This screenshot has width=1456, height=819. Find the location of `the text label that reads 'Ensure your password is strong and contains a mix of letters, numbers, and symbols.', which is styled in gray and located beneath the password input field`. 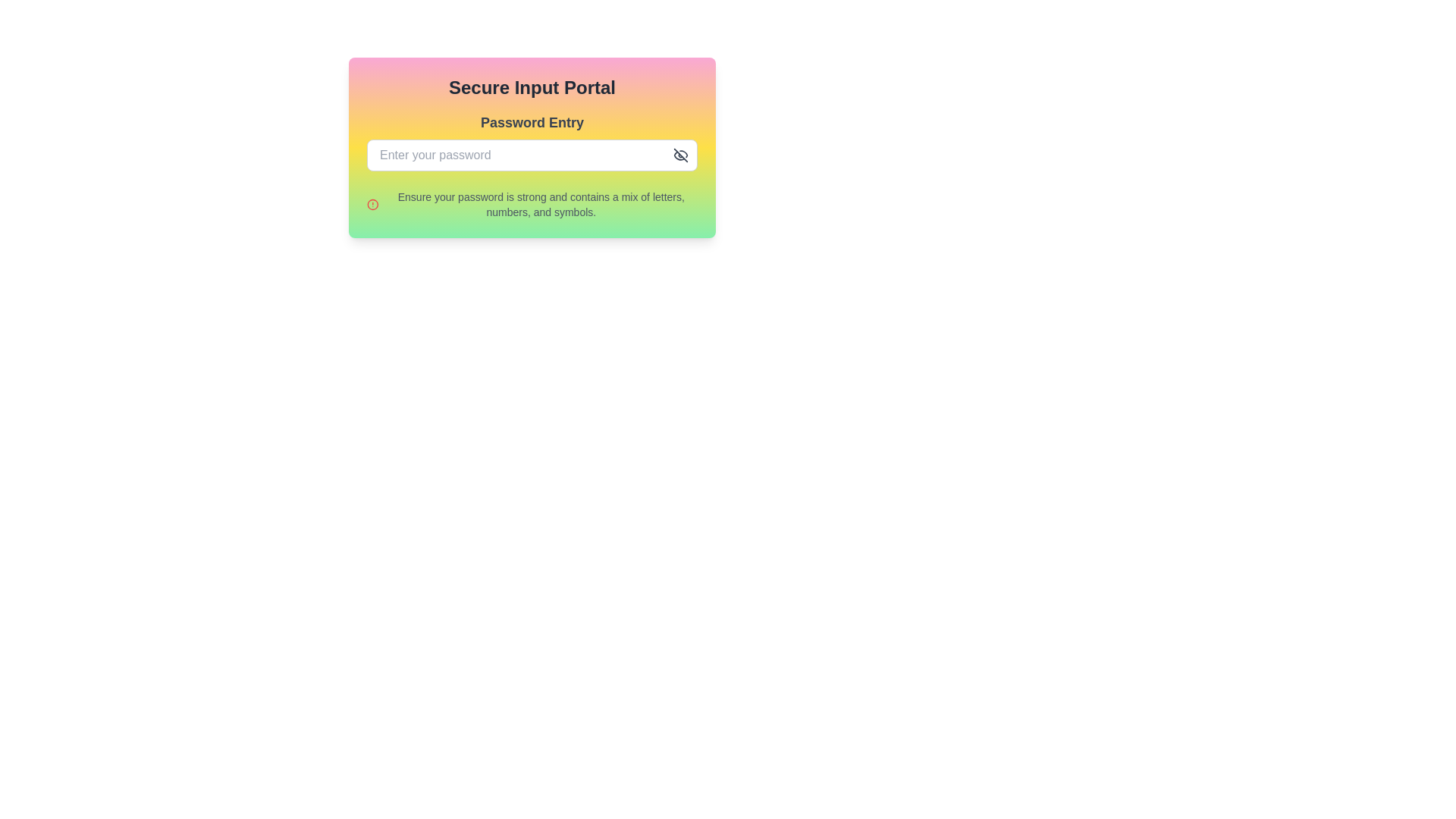

the text label that reads 'Ensure your password is strong and contains a mix of letters, numbers, and symbols.', which is styled in gray and located beneath the password input field is located at coordinates (541, 205).